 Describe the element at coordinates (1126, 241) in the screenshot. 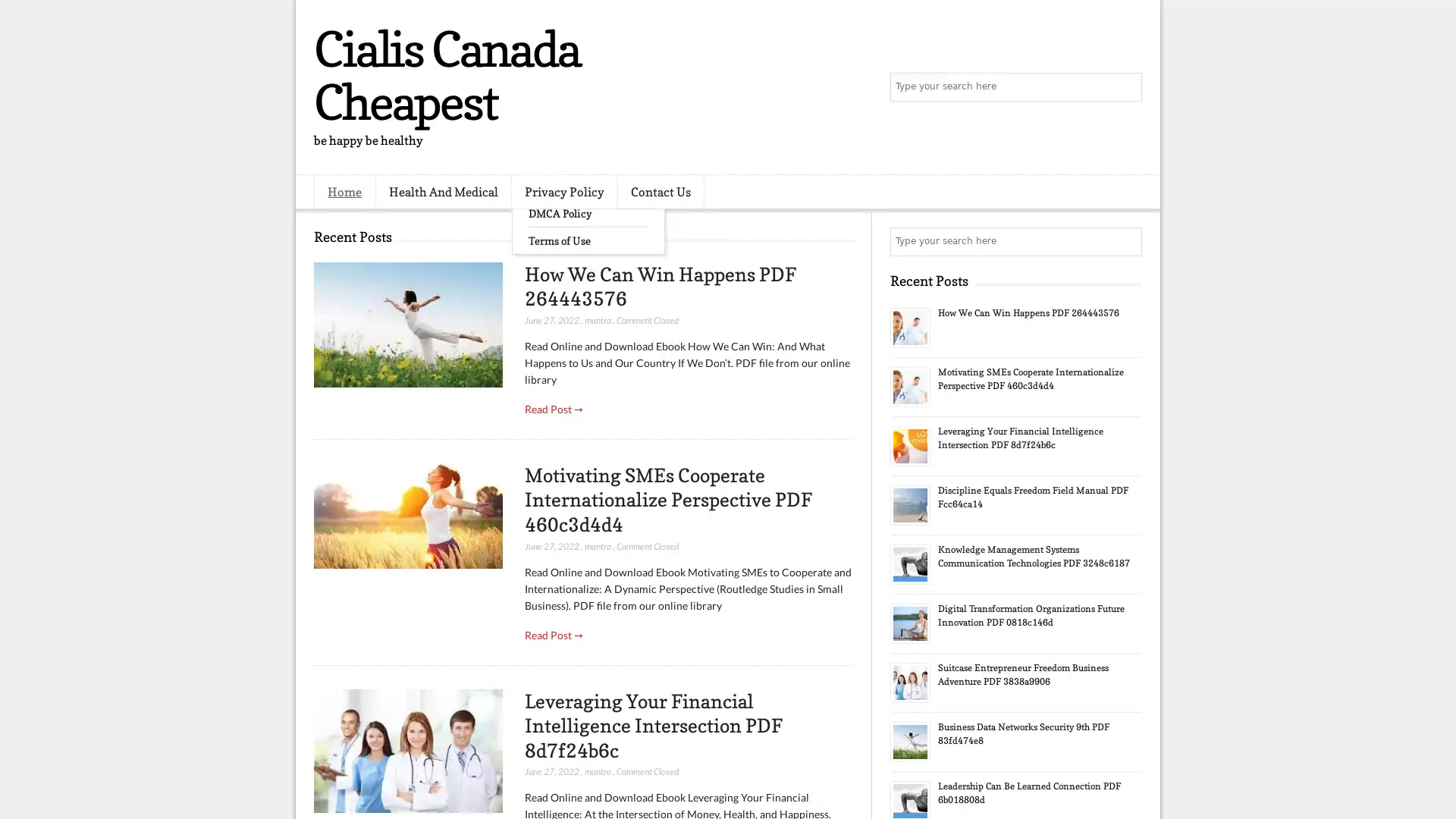

I see `Search` at that location.